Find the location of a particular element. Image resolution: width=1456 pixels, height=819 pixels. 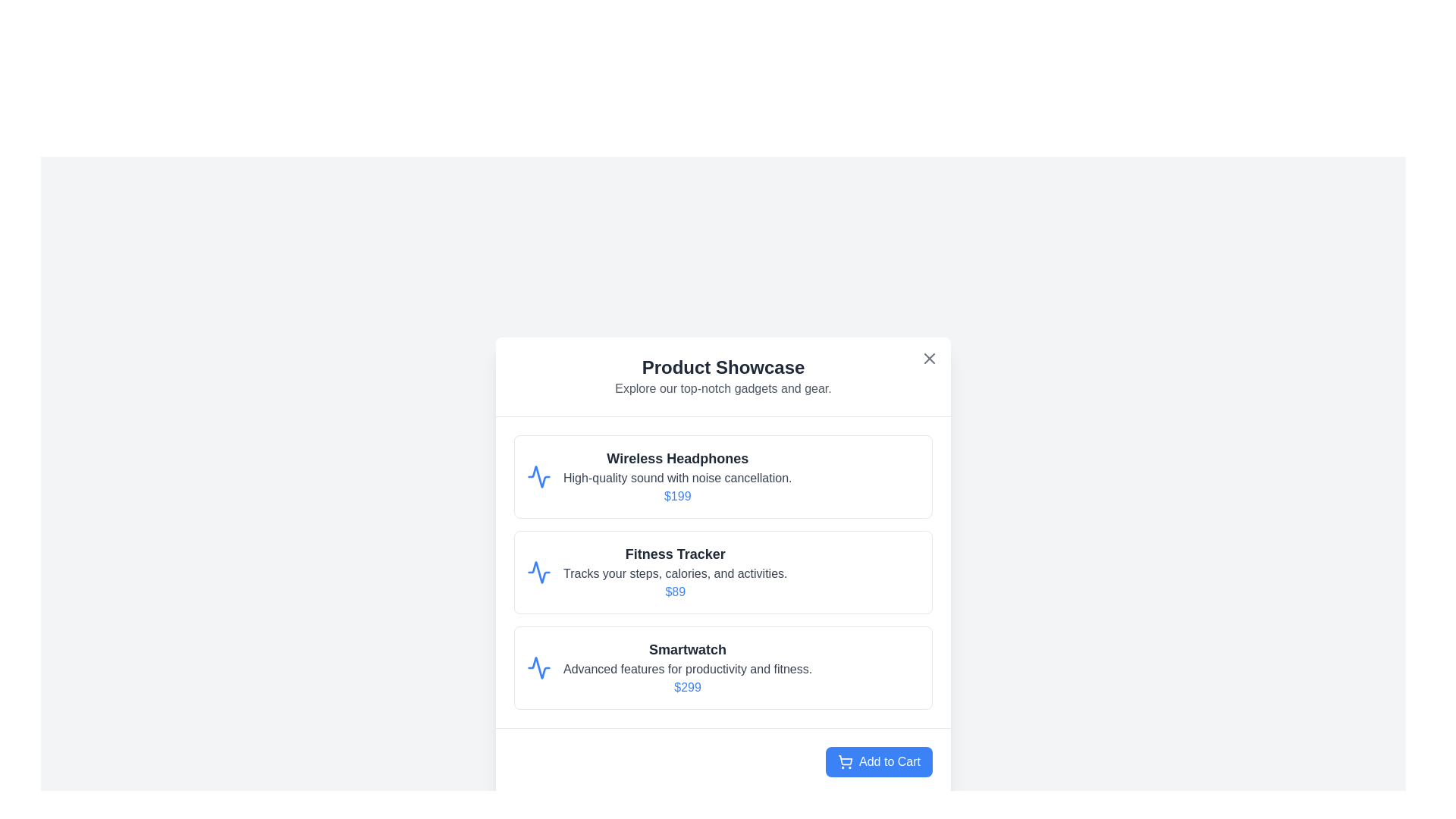

static text that says 'High-quality sound with noise cancellation.' located below the header 'Wireless Headphones' and above the price '$199' in the first product card of the modal is located at coordinates (676, 479).